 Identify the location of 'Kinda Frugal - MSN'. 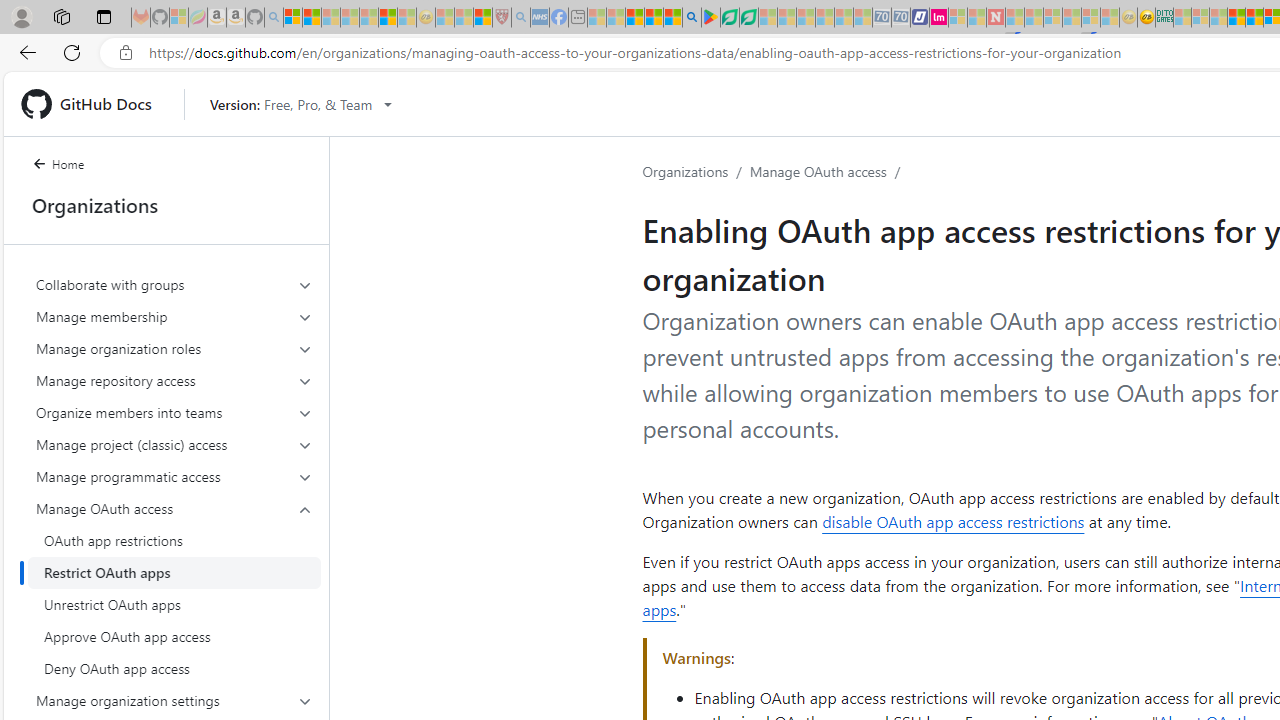
(1253, 17).